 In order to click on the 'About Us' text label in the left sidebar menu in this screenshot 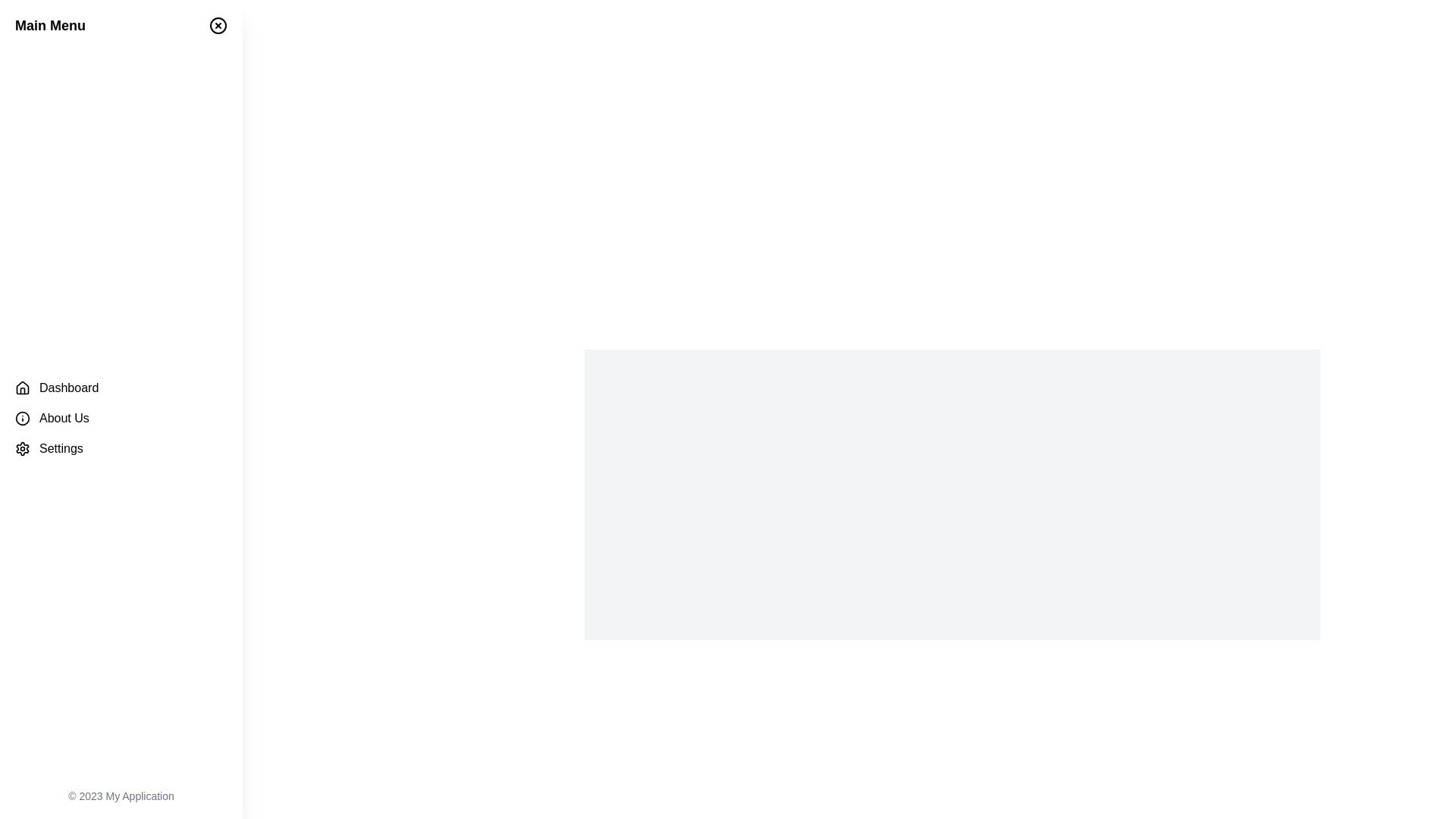, I will do `click(63, 418)`.